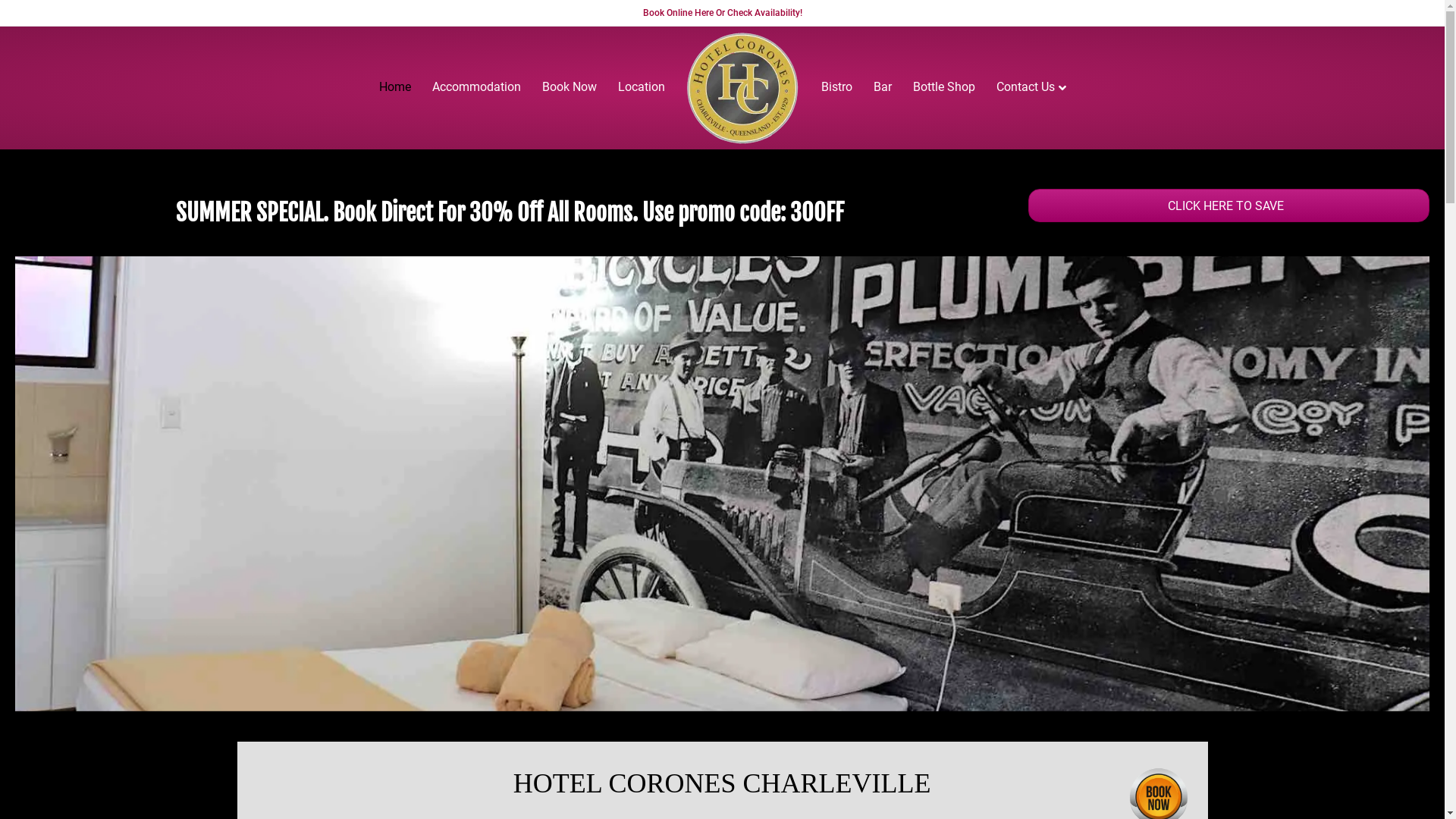 This screenshot has width=1456, height=819. What do you see at coordinates (1229, 206) in the screenshot?
I see `'CLICK HERE TO SAVE'` at bounding box center [1229, 206].